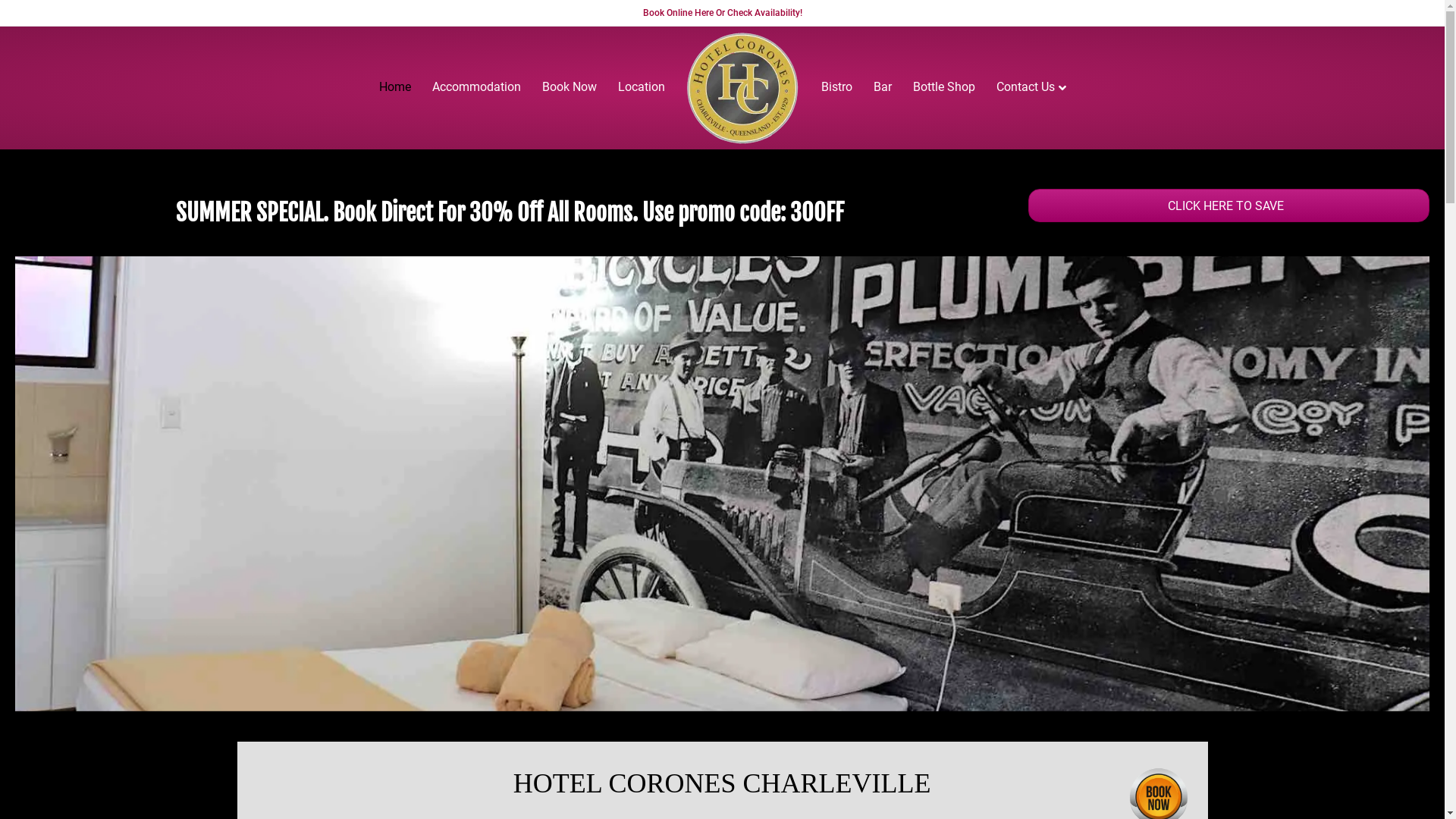 This screenshot has width=1456, height=819. What do you see at coordinates (1229, 206) in the screenshot?
I see `'CLICK HERE TO SAVE'` at bounding box center [1229, 206].